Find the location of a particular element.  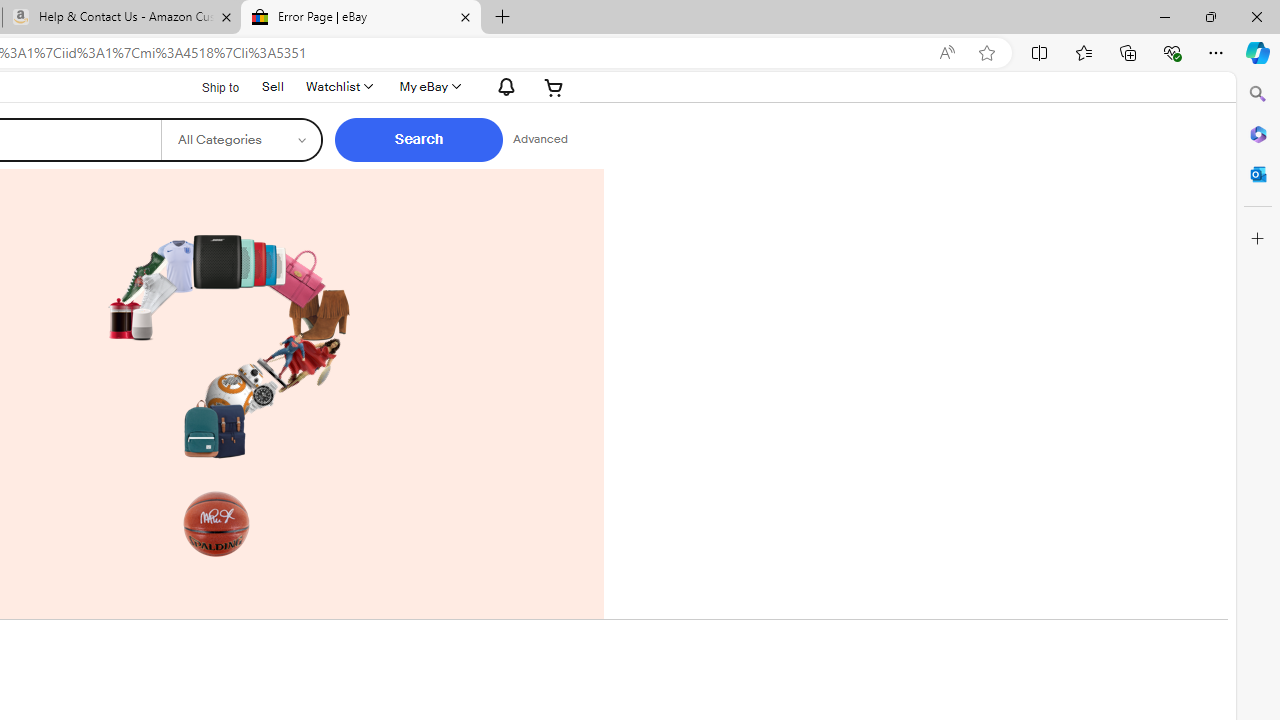

'Expand Cart' is located at coordinates (554, 85).